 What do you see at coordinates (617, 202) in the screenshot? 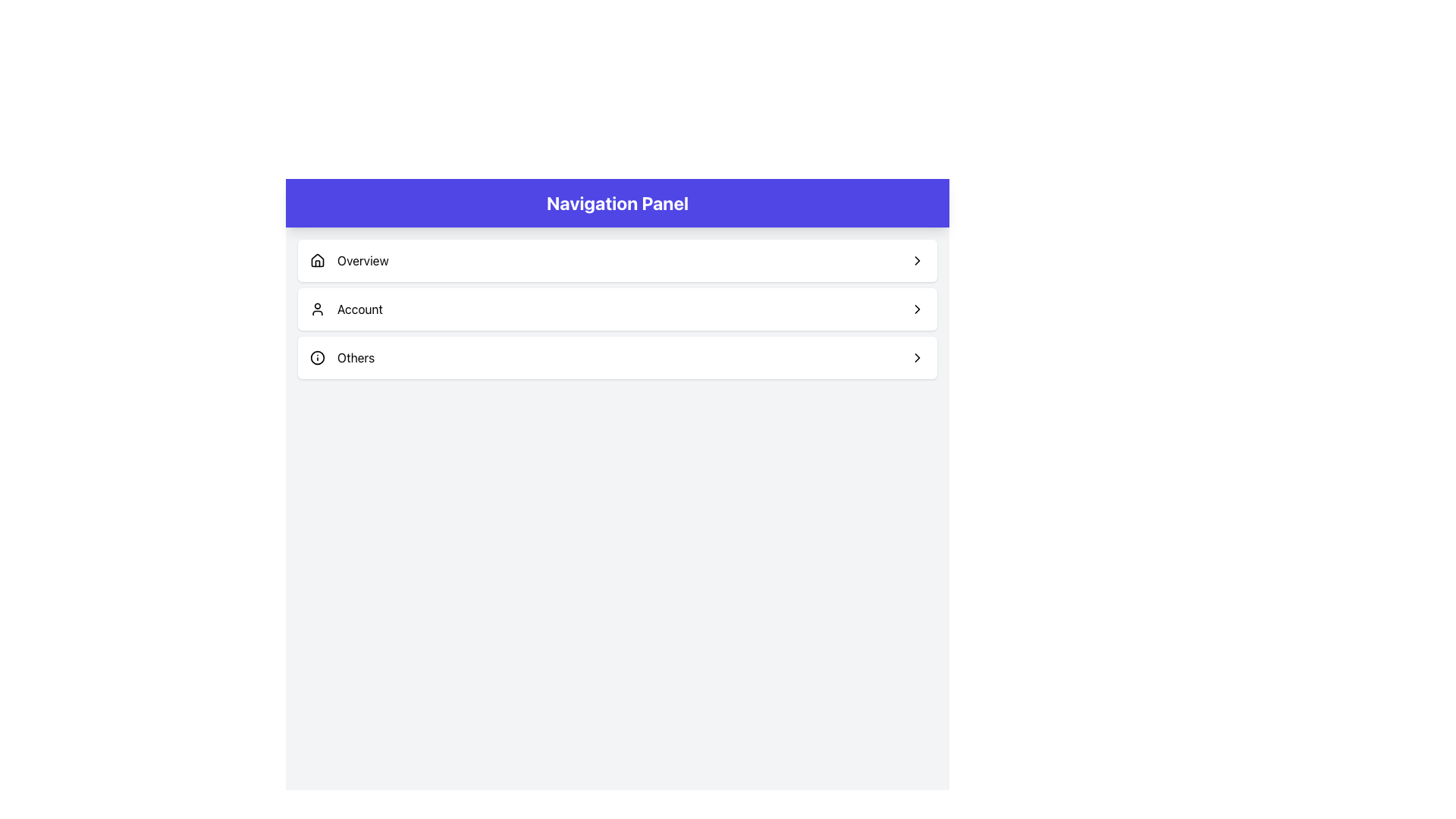
I see `the header bar with a dark indigo background and centered white text reading 'Navigation Panel'` at bounding box center [617, 202].